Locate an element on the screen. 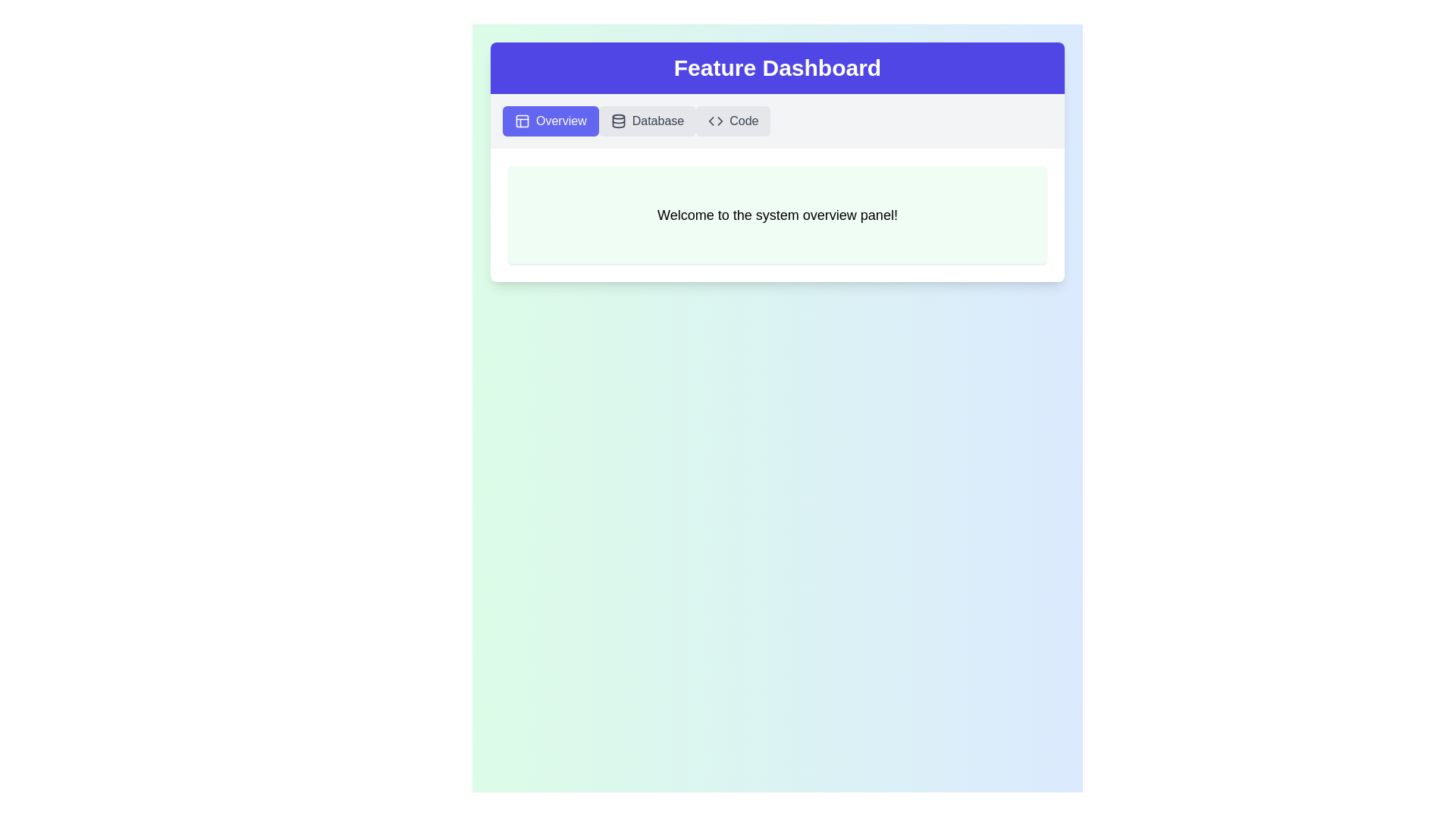  the 'Database' navigation button by clicking its icon located at the leftmost position in the navigation bar below the 'Feature Dashboard' heading is located at coordinates (618, 120).